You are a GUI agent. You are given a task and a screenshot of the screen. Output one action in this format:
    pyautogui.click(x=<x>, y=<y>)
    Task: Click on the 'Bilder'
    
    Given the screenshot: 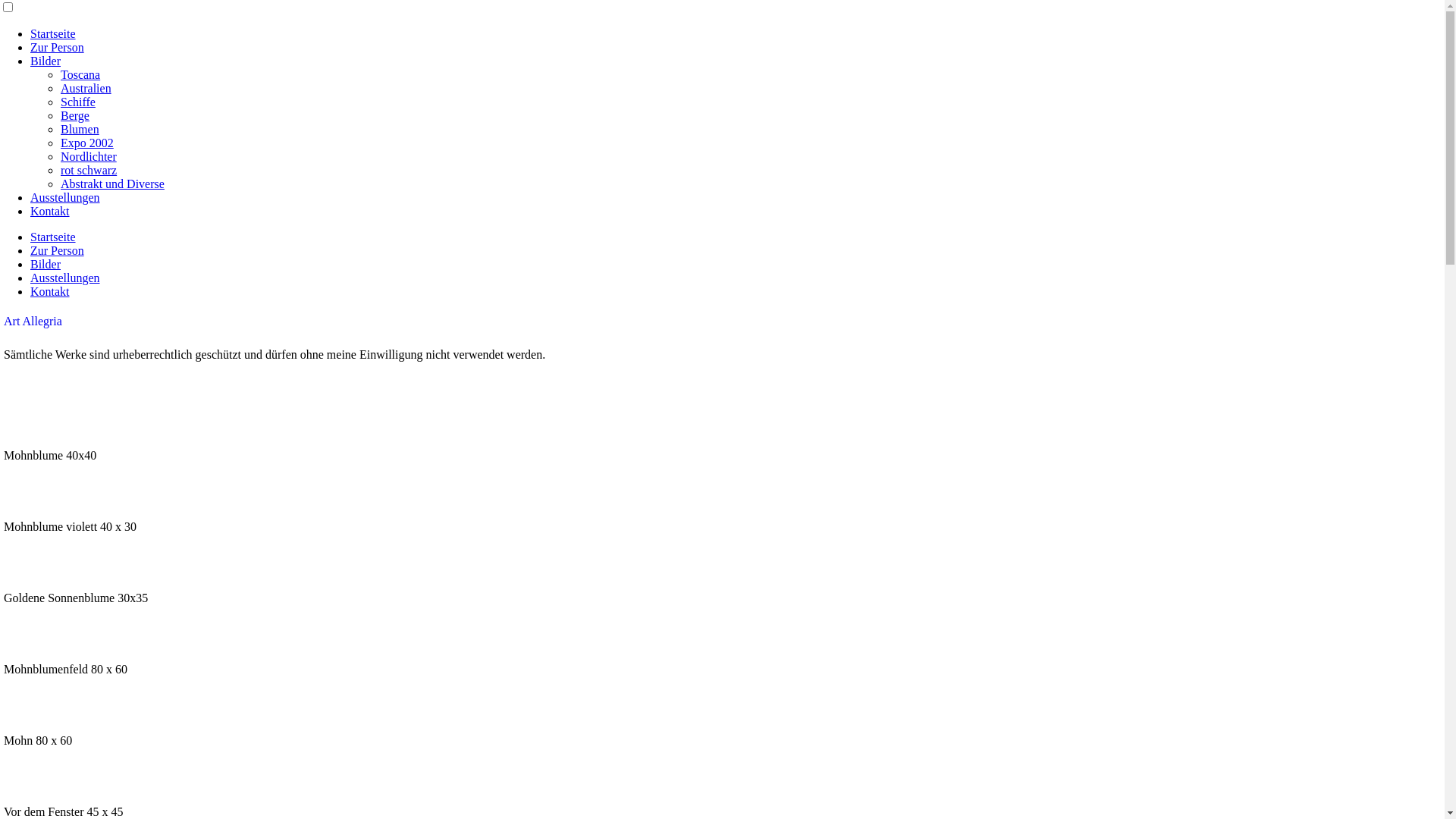 What is the action you would take?
    pyautogui.click(x=45, y=60)
    